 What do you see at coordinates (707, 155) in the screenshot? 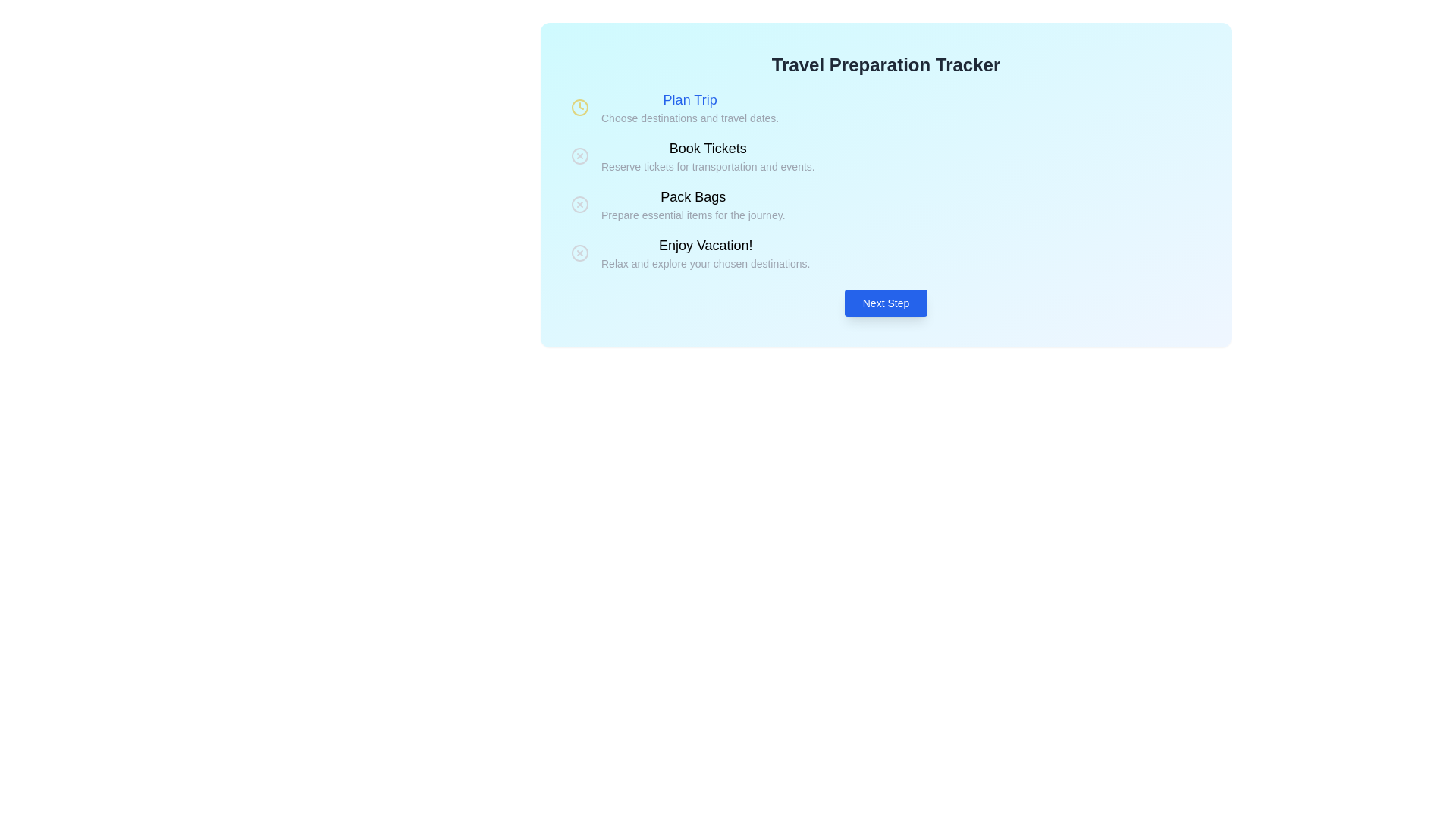
I see `the Text block that provides information about the step 'Book Tickets' in the Travel Preparation Tracker, which is positioned below 'Plan Trip' and above 'Pack Bags'` at bounding box center [707, 155].